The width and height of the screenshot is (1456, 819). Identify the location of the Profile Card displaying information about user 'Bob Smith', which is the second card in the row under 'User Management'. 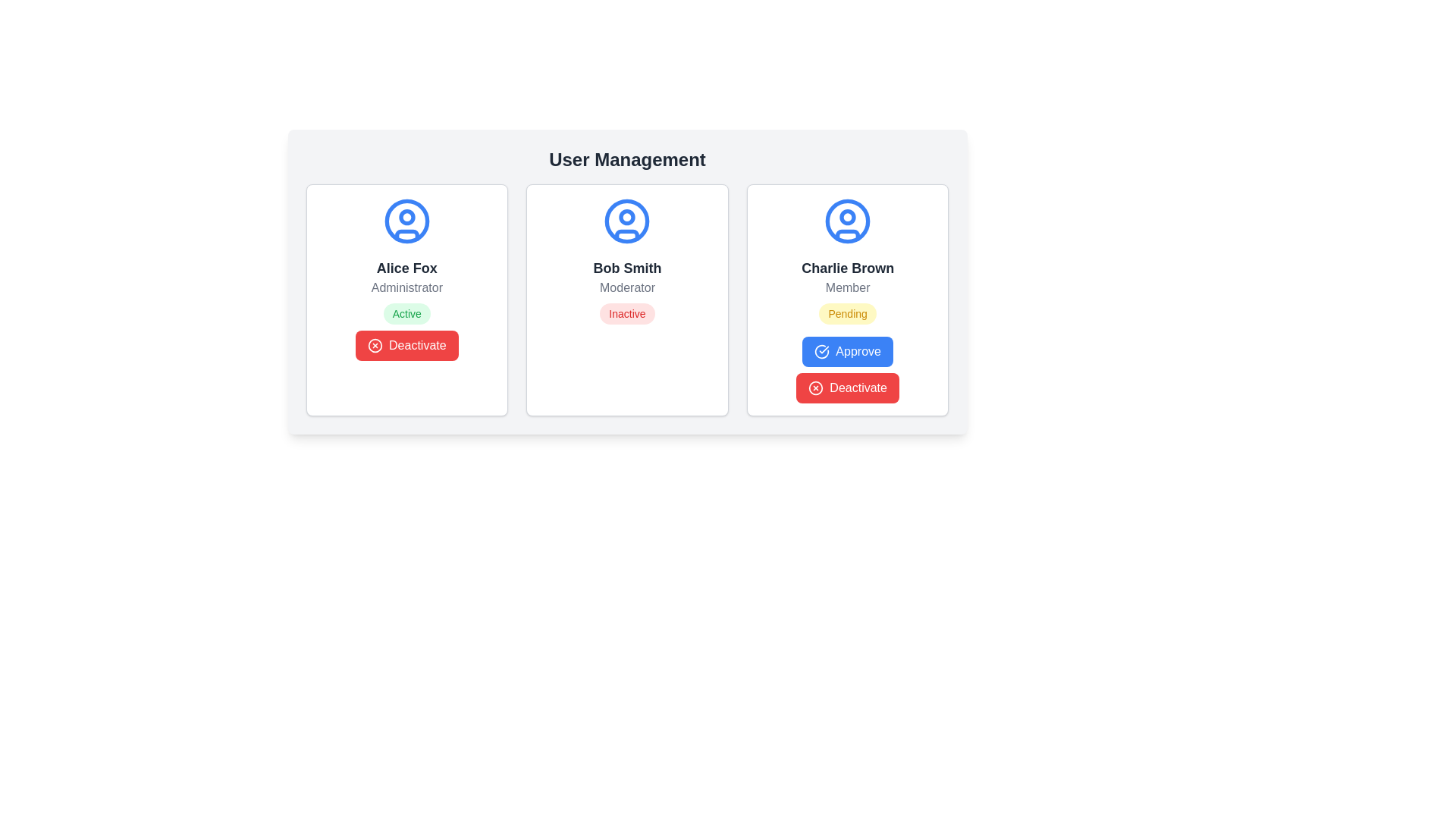
(627, 281).